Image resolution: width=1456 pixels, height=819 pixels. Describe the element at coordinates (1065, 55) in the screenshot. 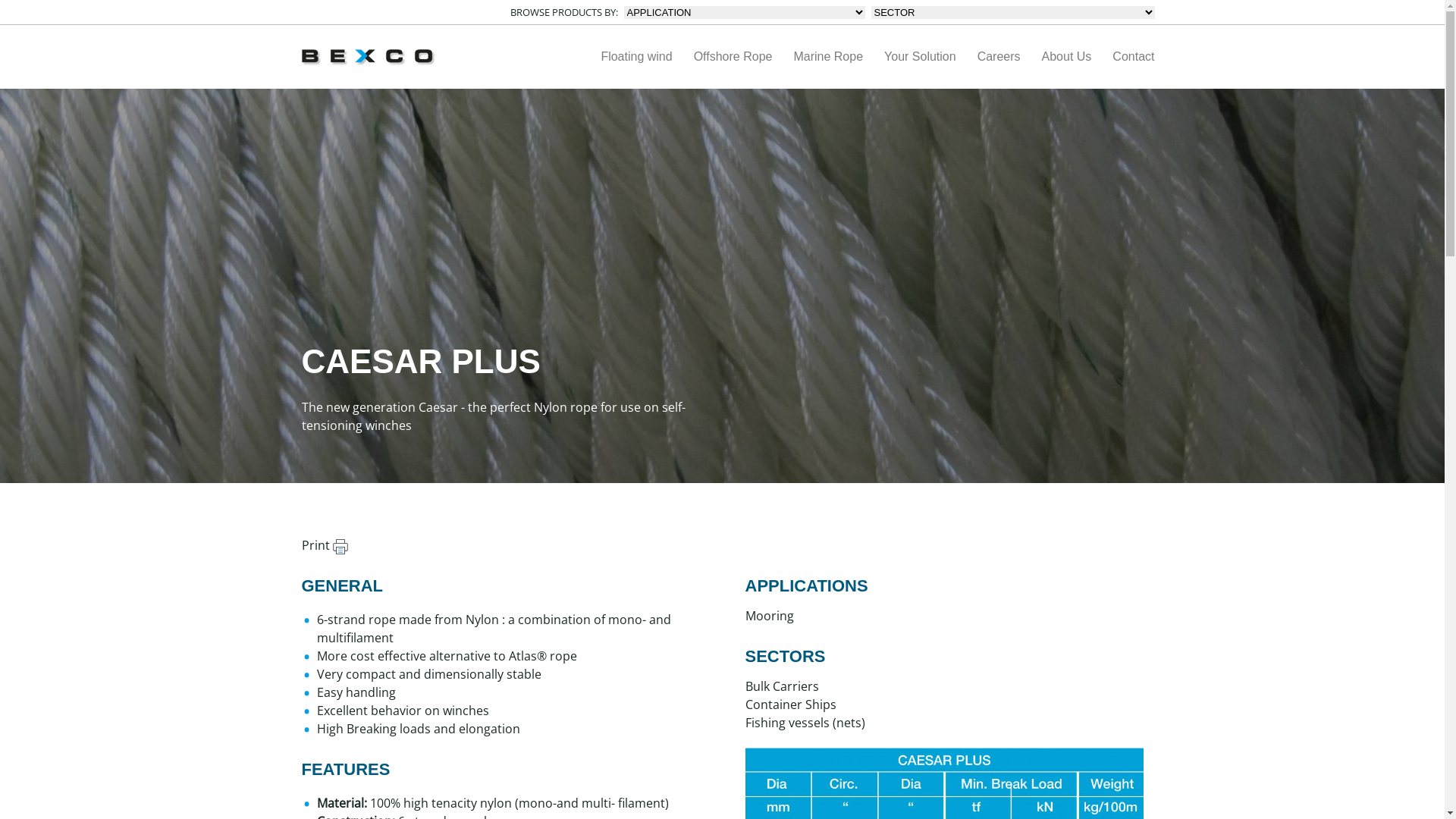

I see `'About Us'` at that location.